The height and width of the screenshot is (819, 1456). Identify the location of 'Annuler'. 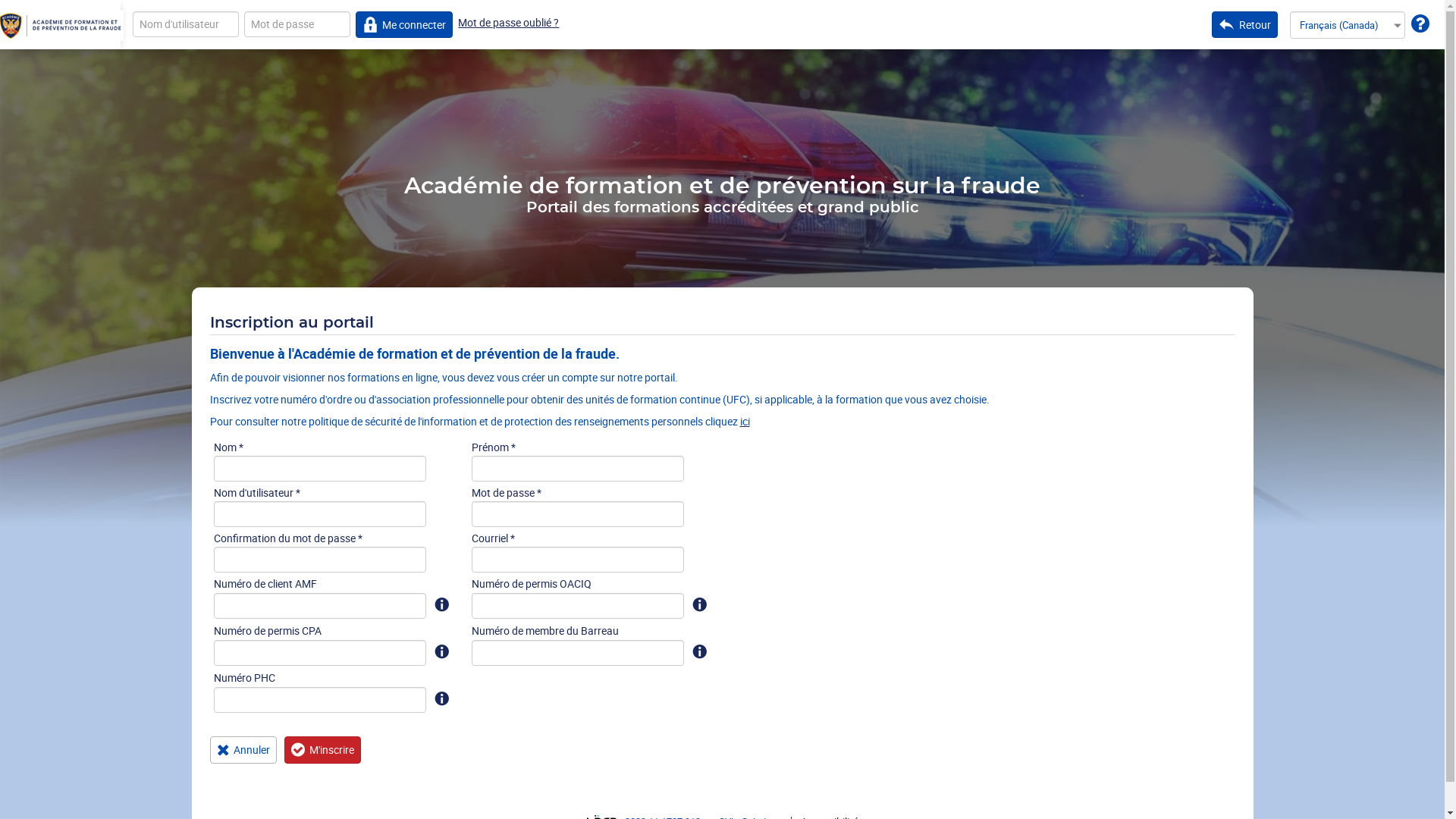
(208, 748).